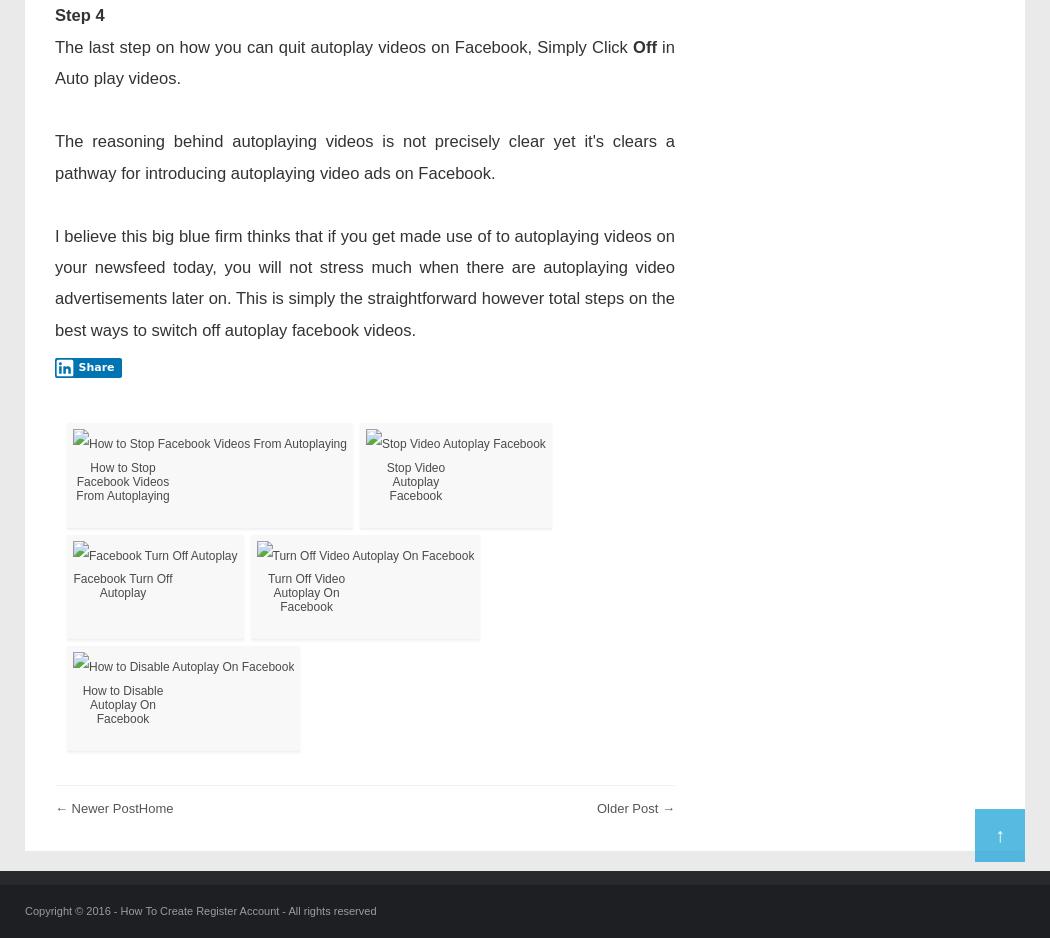  Describe the element at coordinates (342, 45) in the screenshot. I see `'The last step on how you can quit autoplay videos on Facebook, Simply Click'` at that location.